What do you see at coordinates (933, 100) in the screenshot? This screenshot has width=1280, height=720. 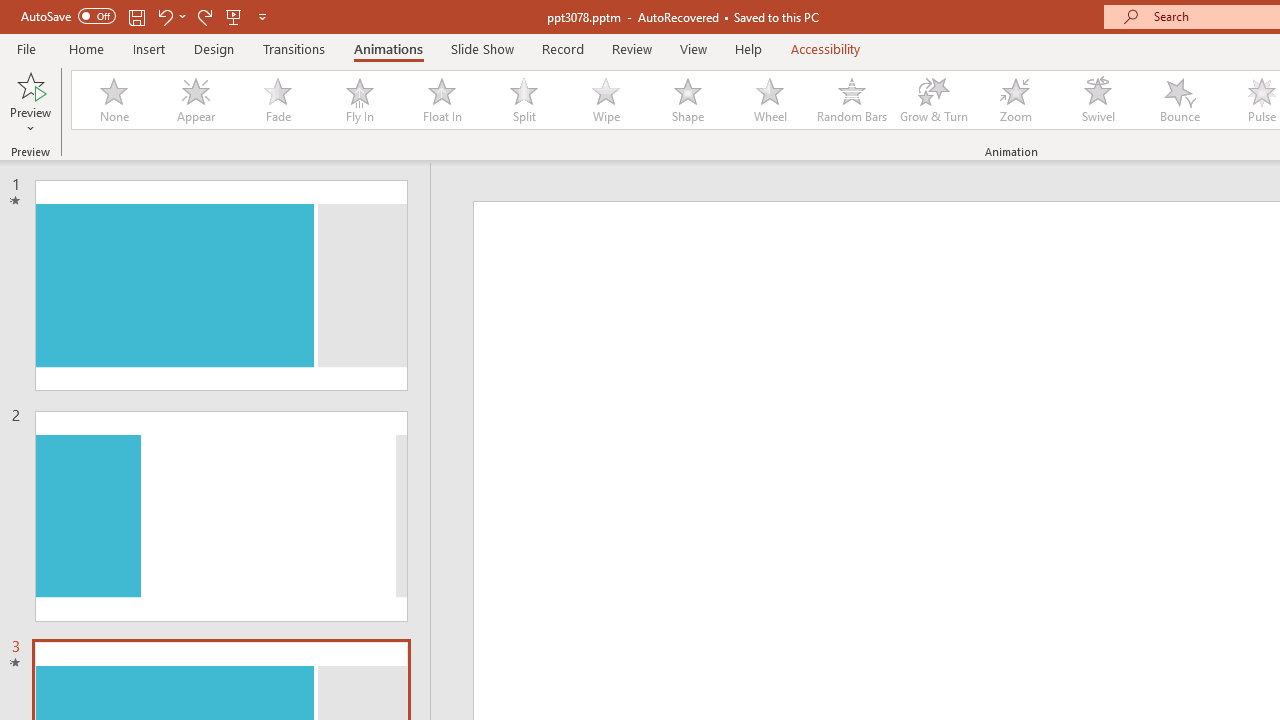 I see `'Grow & Turn'` at bounding box center [933, 100].